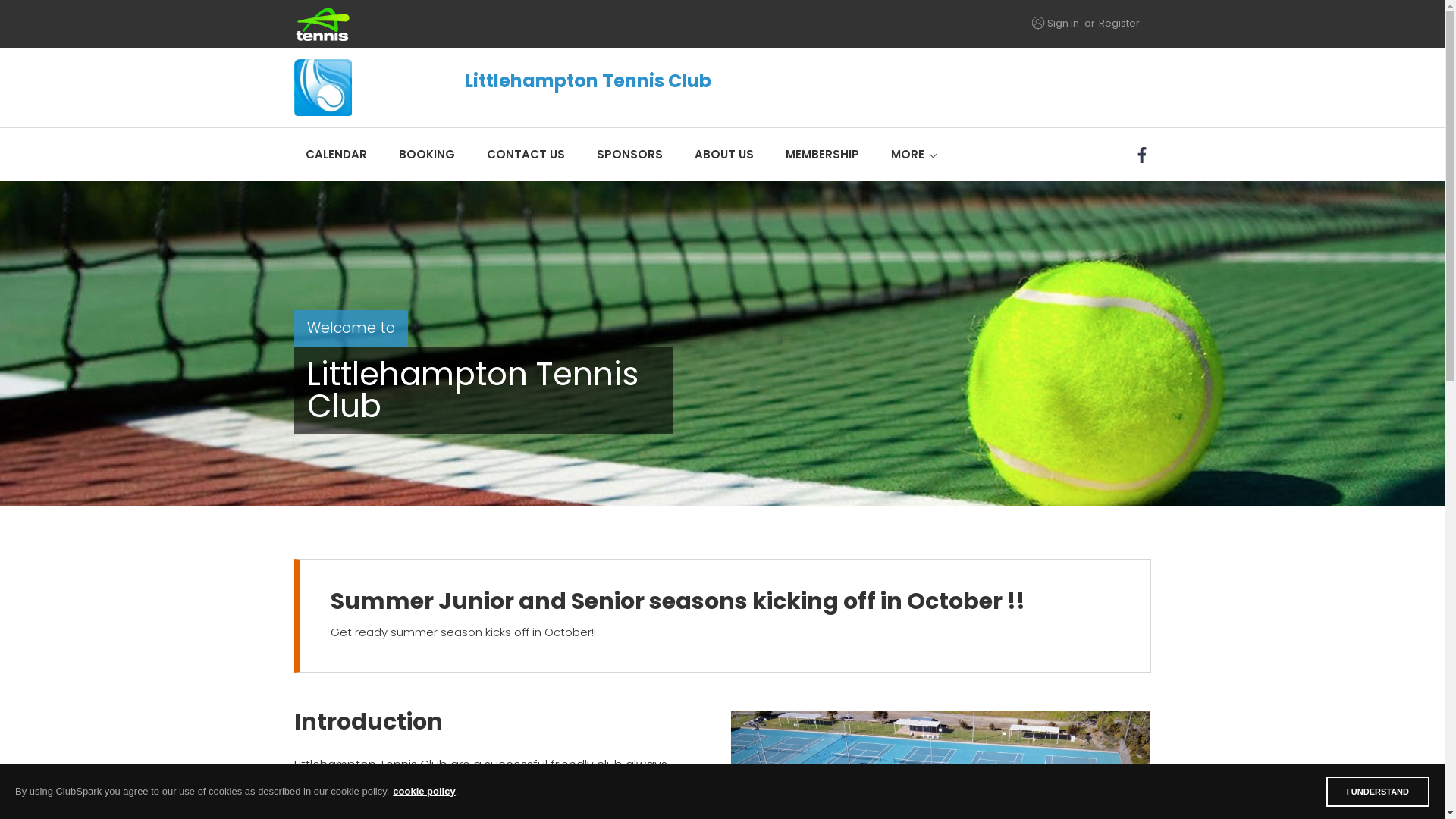  I want to click on 'Sign in', so click(1046, 23).